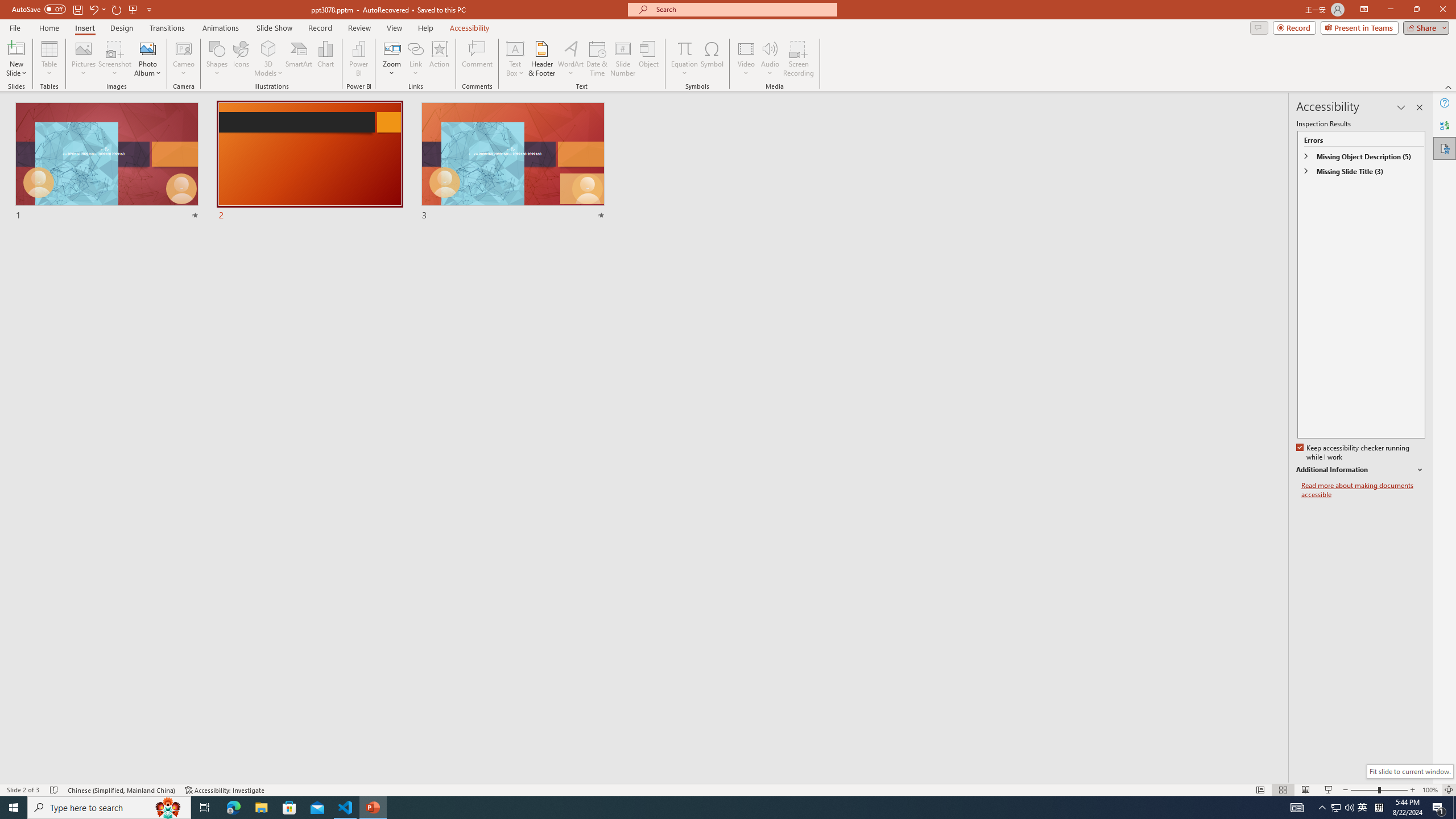  I want to click on 'Shapes', so click(216, 59).